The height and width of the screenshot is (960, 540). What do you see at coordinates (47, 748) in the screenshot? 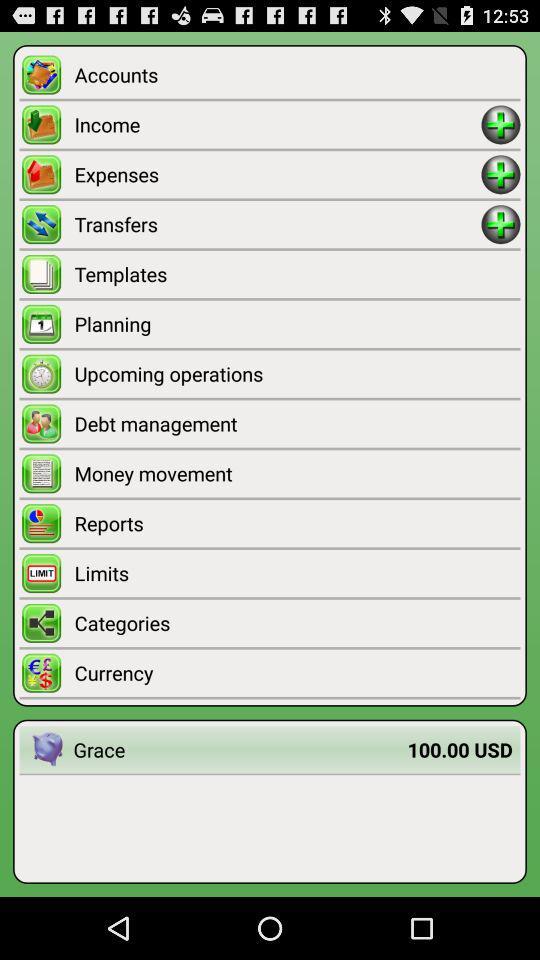
I see `app to the left of the grace item` at bounding box center [47, 748].